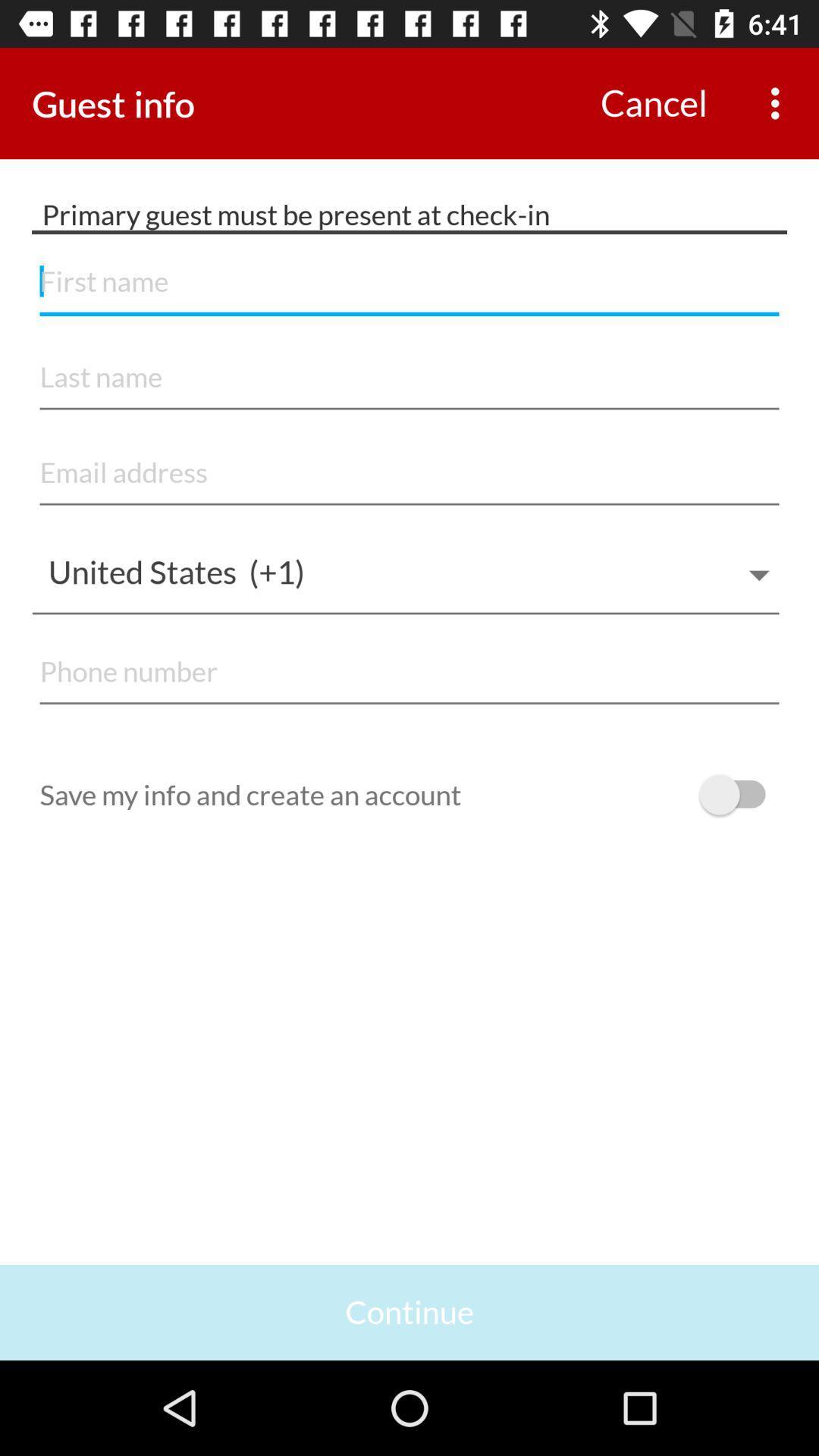 The image size is (819, 1456). Describe the element at coordinates (409, 378) in the screenshot. I see `last name` at that location.